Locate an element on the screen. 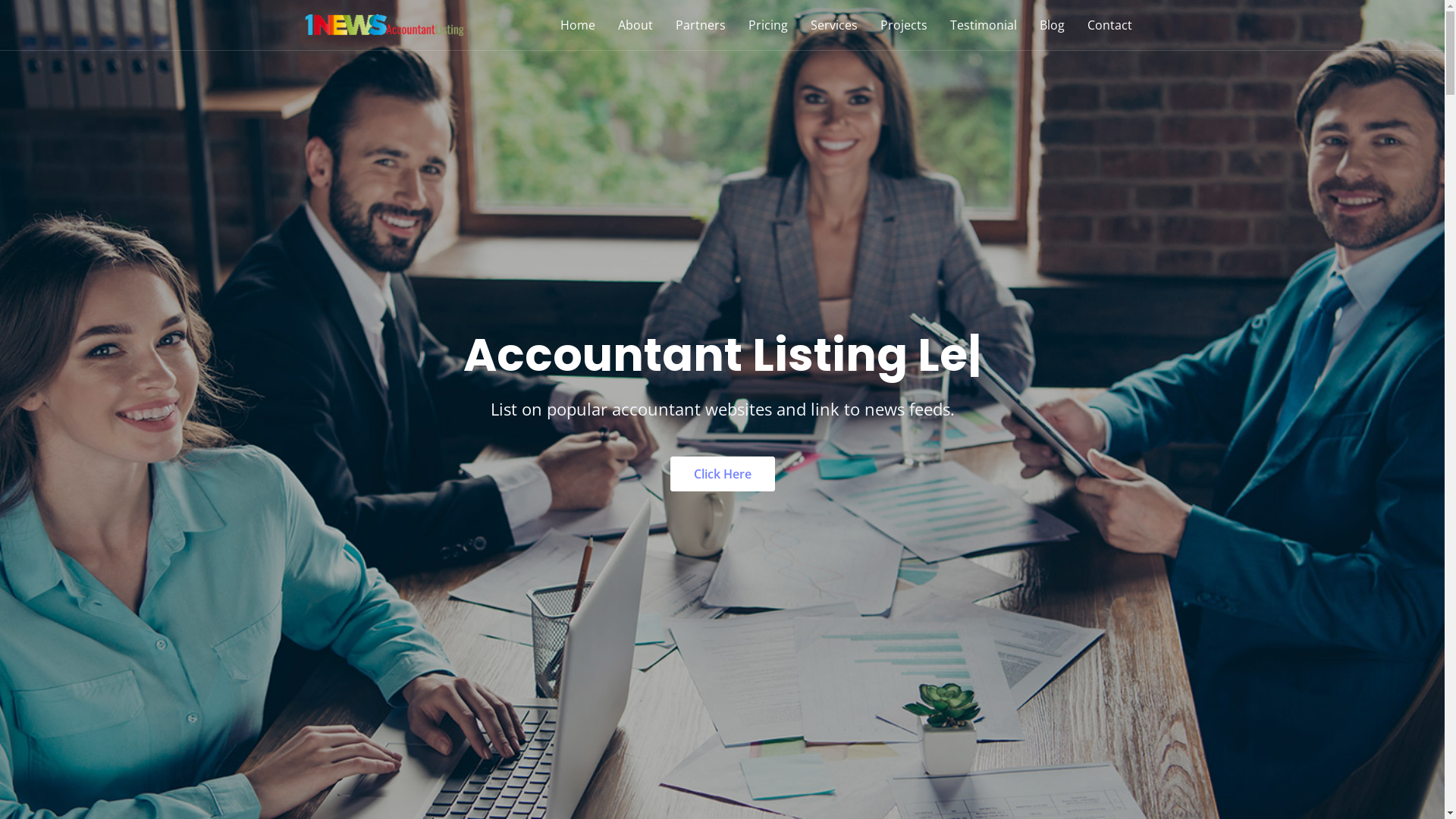 This screenshot has height=819, width=1456. 'Testimonial' is located at coordinates (983, 25).